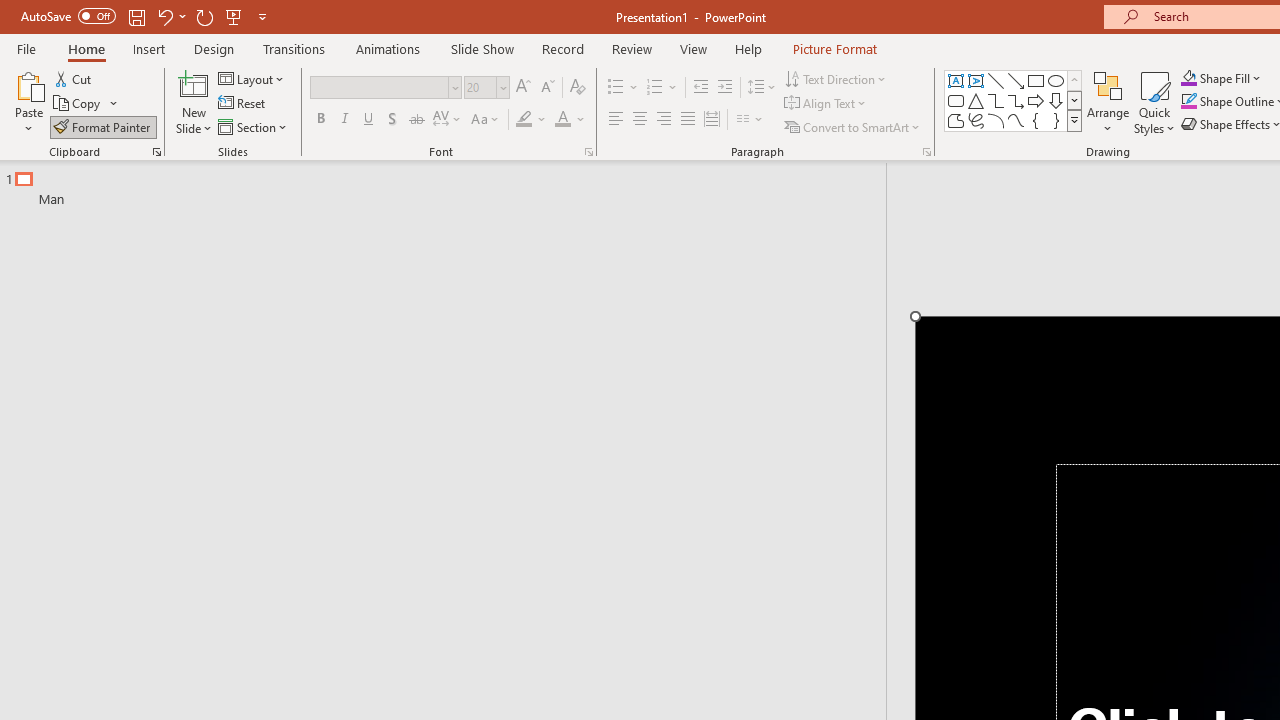 This screenshot has height=720, width=1280. Describe the element at coordinates (955, 80) in the screenshot. I see `'Text Box'` at that location.